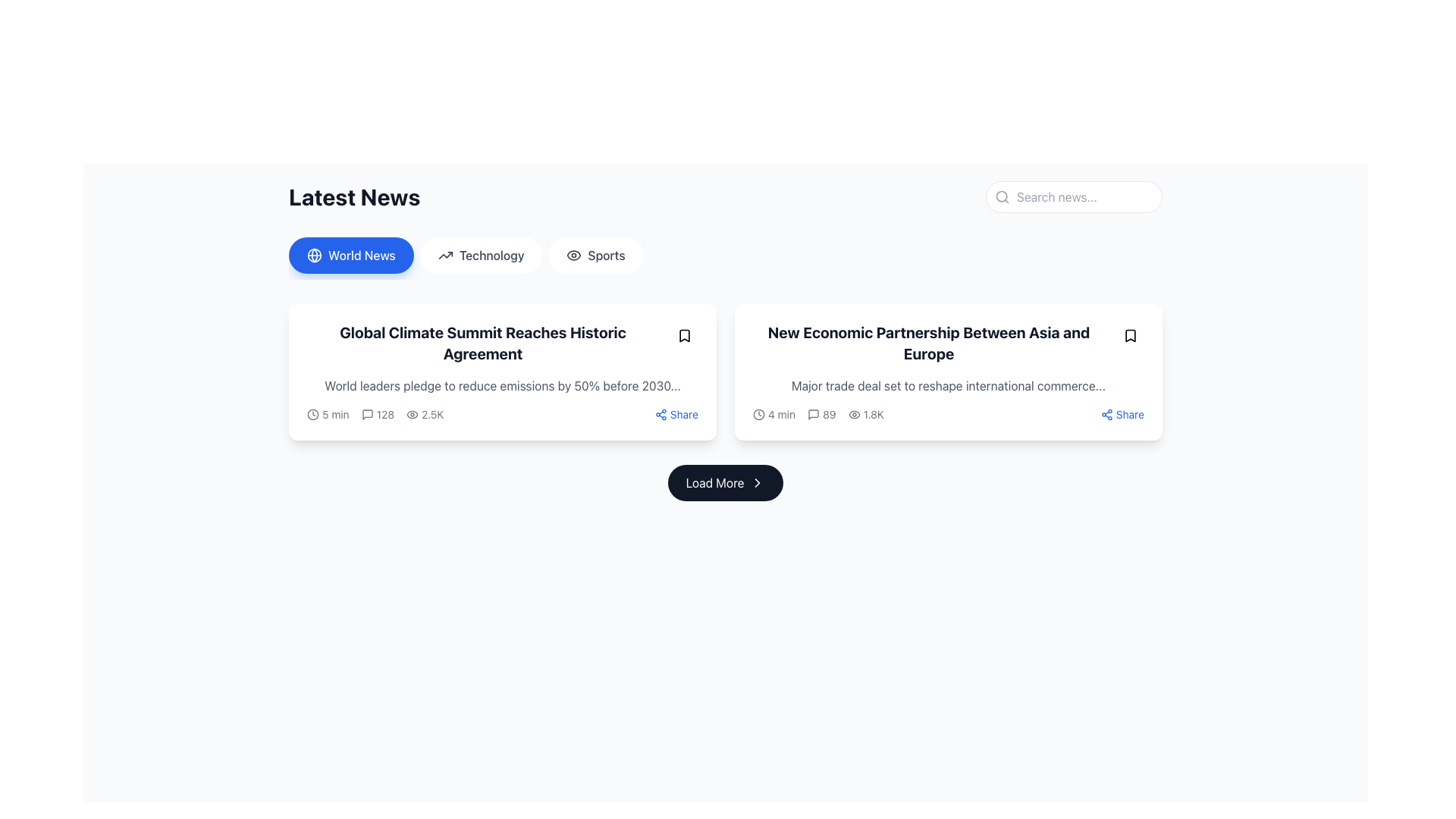  I want to click on the 'Sports' button, which has a white background, rounded corners, and an eye icon, so click(595, 254).